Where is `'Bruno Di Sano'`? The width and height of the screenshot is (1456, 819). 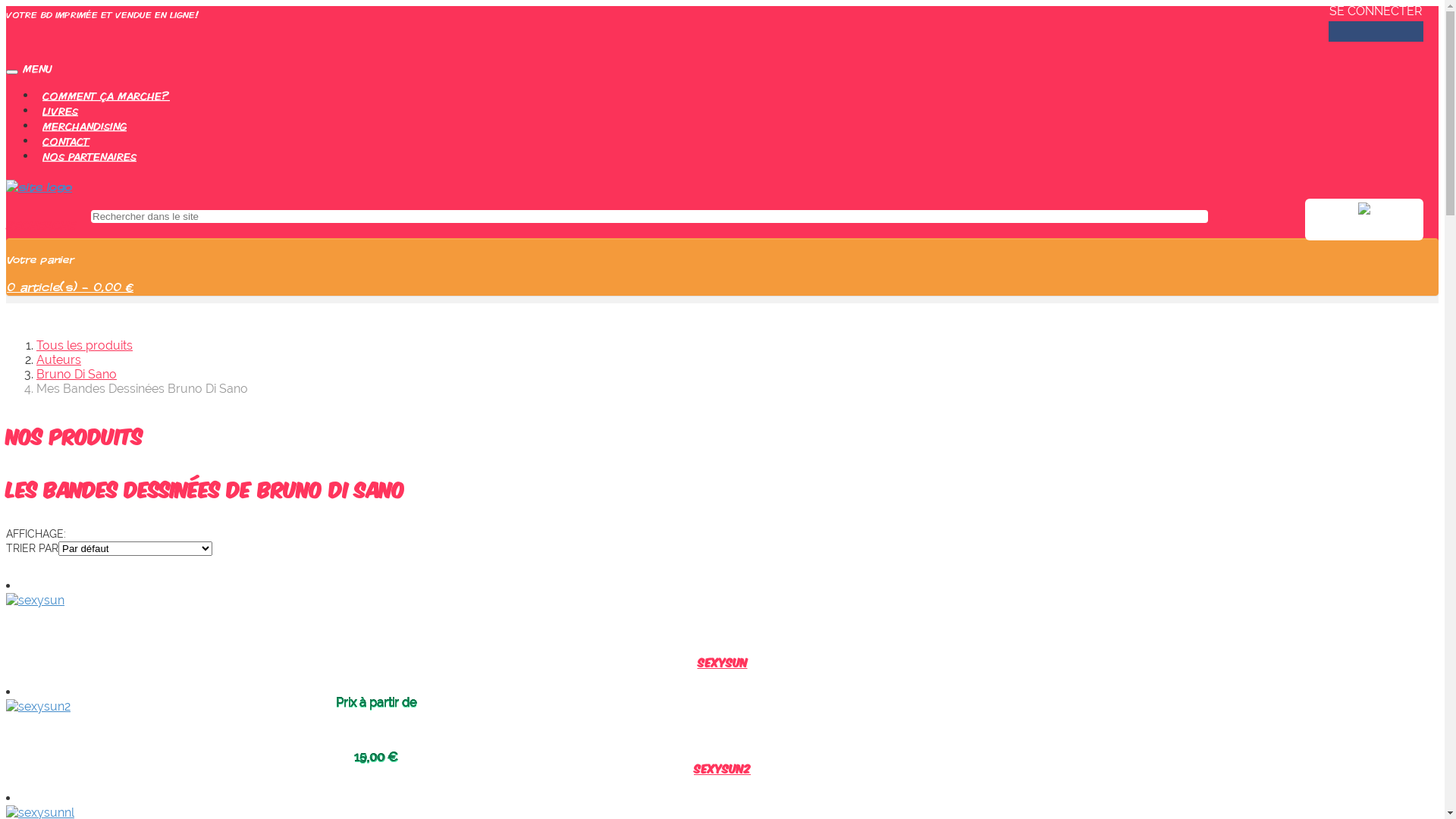 'Bruno Di Sano' is located at coordinates (75, 374).